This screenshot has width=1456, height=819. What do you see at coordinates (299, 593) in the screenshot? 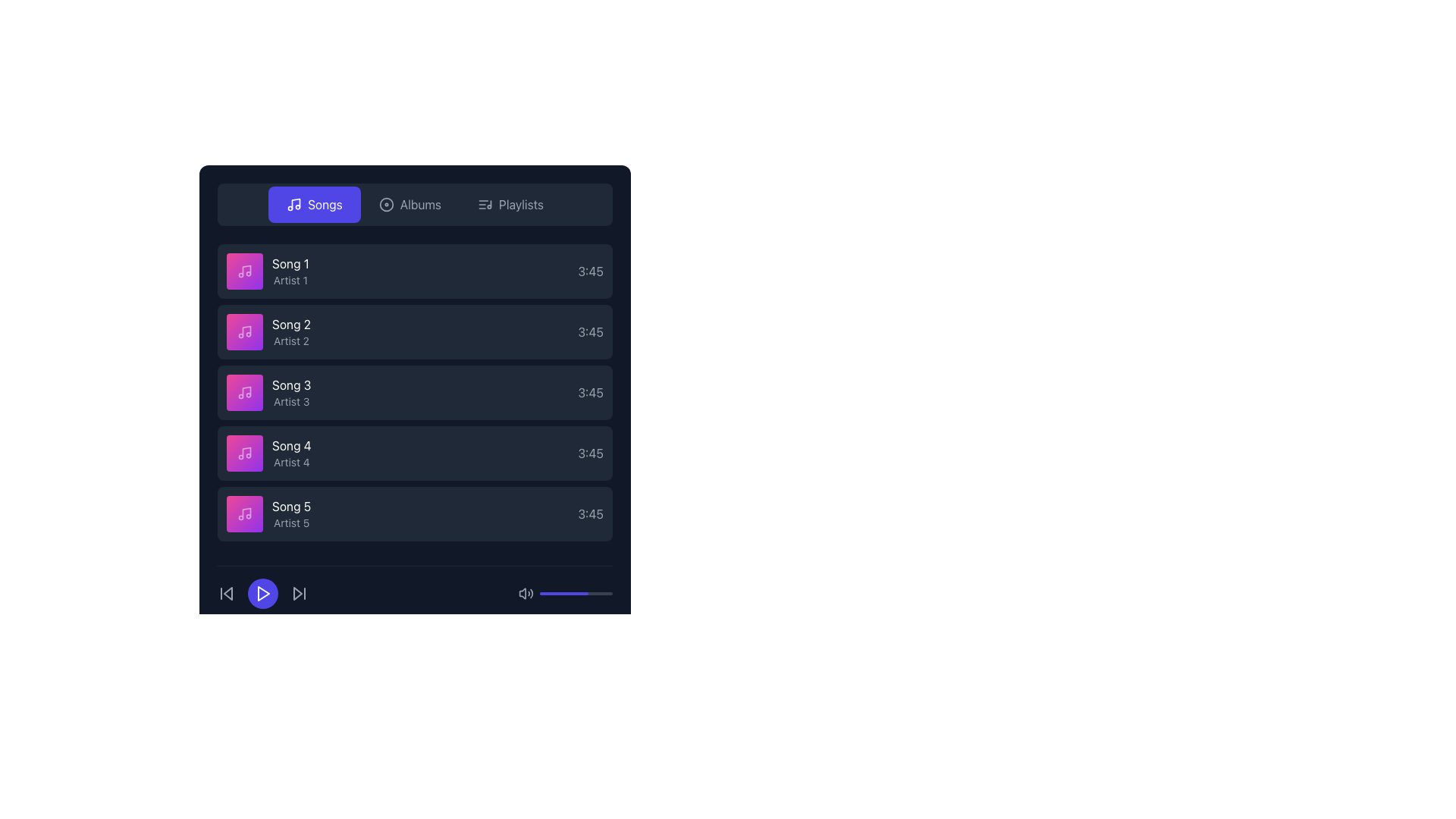
I see `the 'Skip Forward' button, which is the third interactive element in the playback controls positioned immediately to the right of the play button` at bounding box center [299, 593].